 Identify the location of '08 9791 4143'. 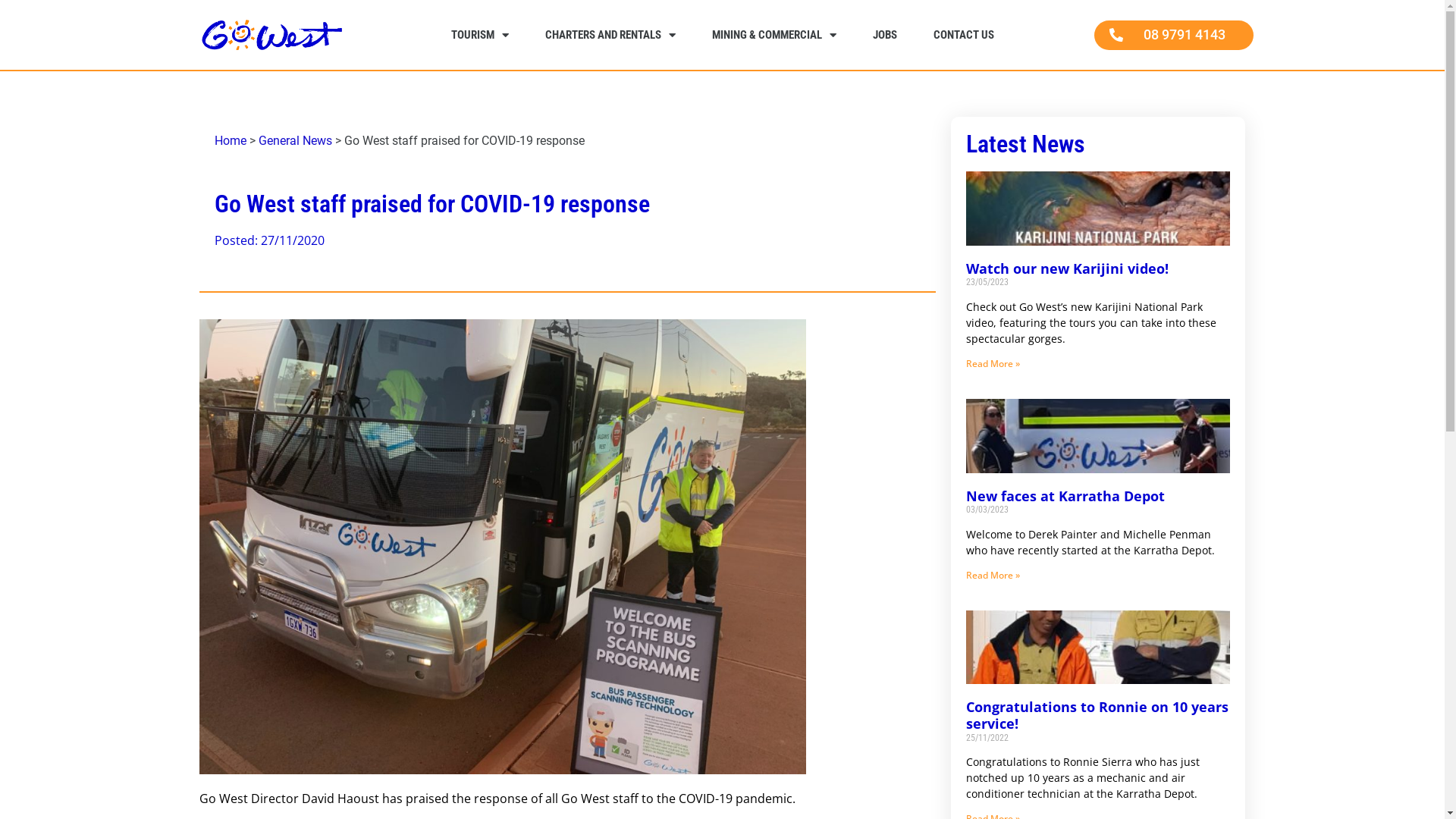
(1172, 34).